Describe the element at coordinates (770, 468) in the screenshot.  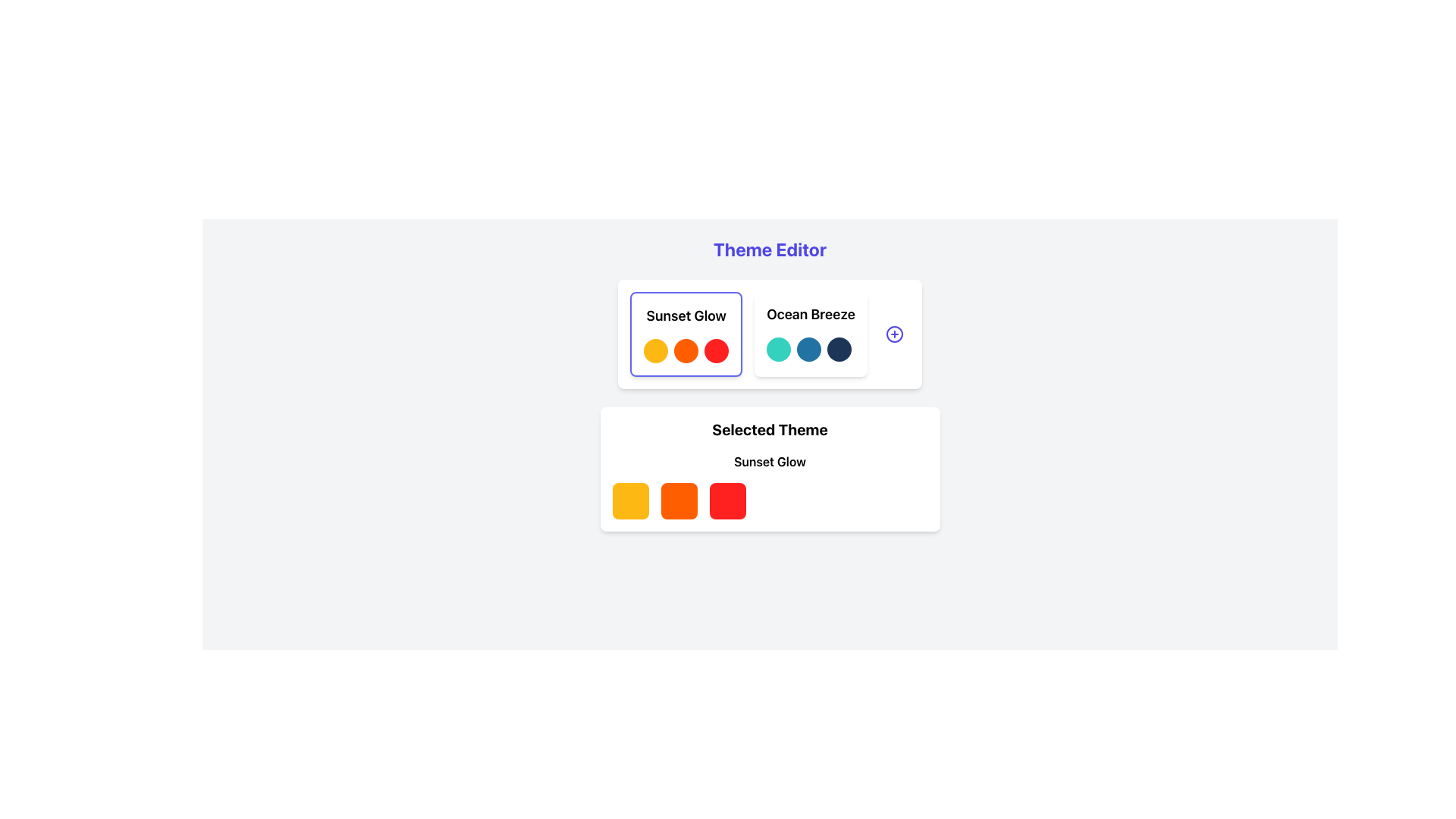
I see `displayed text of the Information display panel, which shows 'Selected Theme' and 'Sunset Glow'` at that location.